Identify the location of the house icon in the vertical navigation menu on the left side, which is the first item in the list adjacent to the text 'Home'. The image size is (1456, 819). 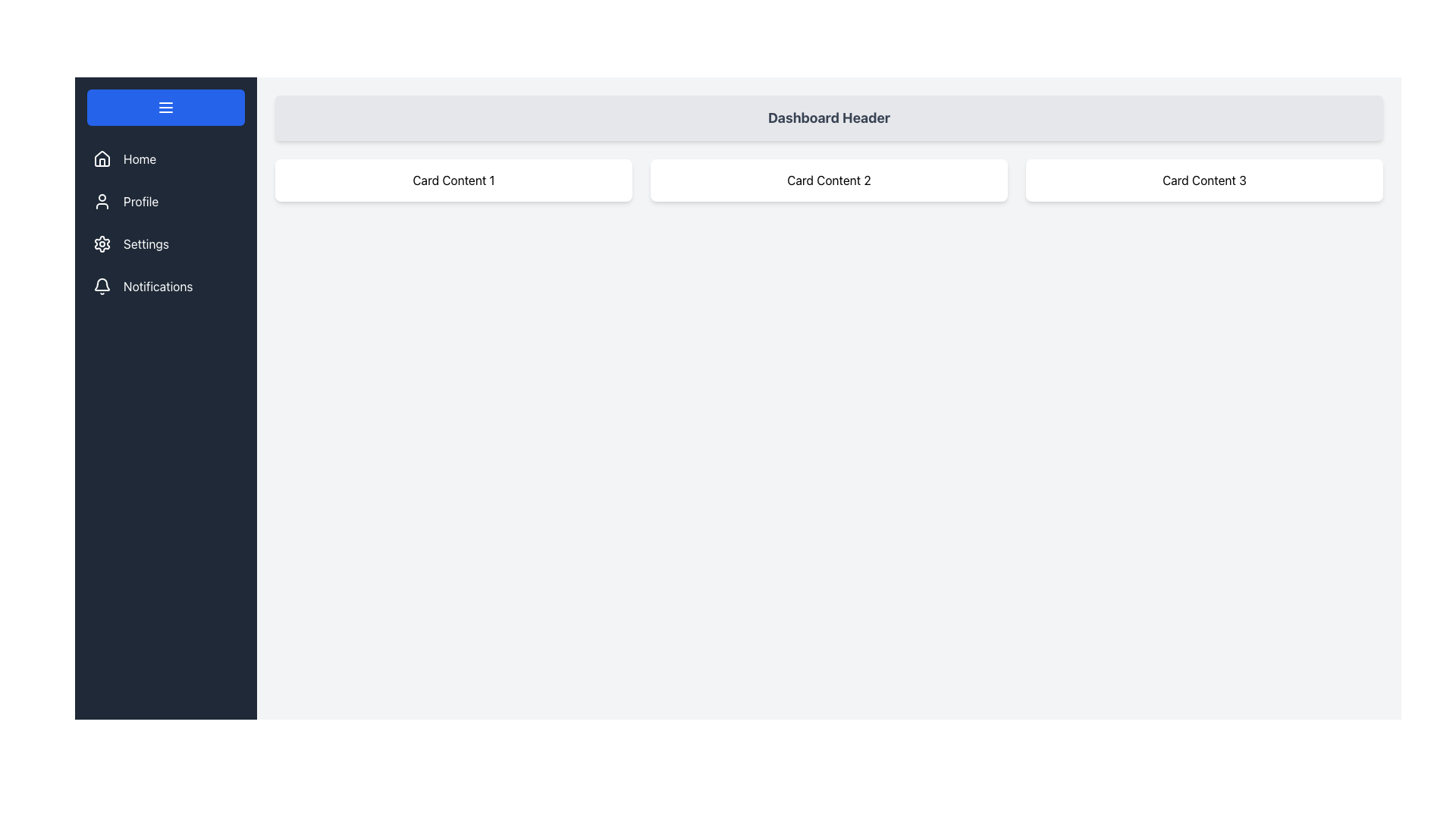
(101, 158).